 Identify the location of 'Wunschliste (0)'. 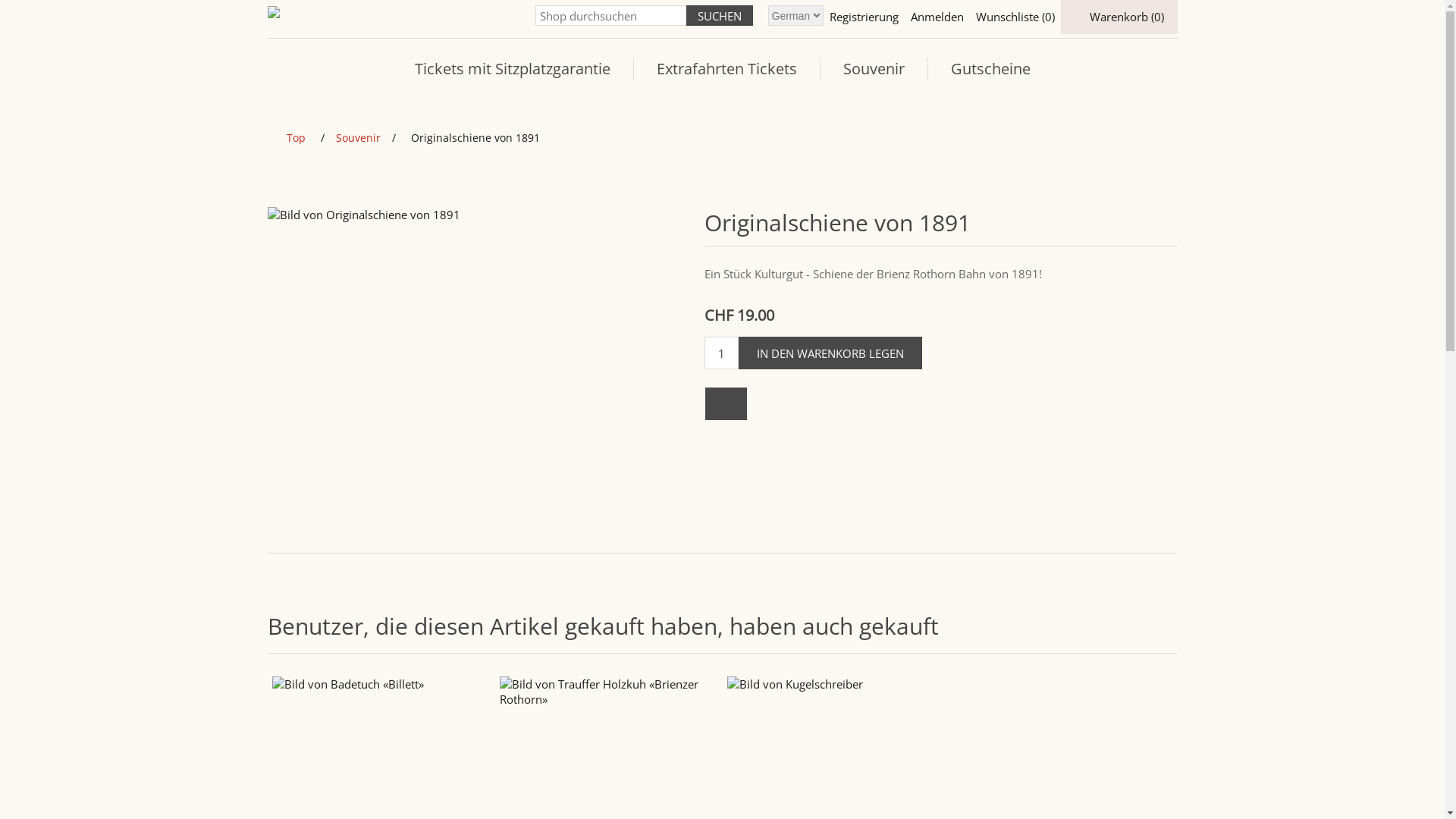
(1015, 17).